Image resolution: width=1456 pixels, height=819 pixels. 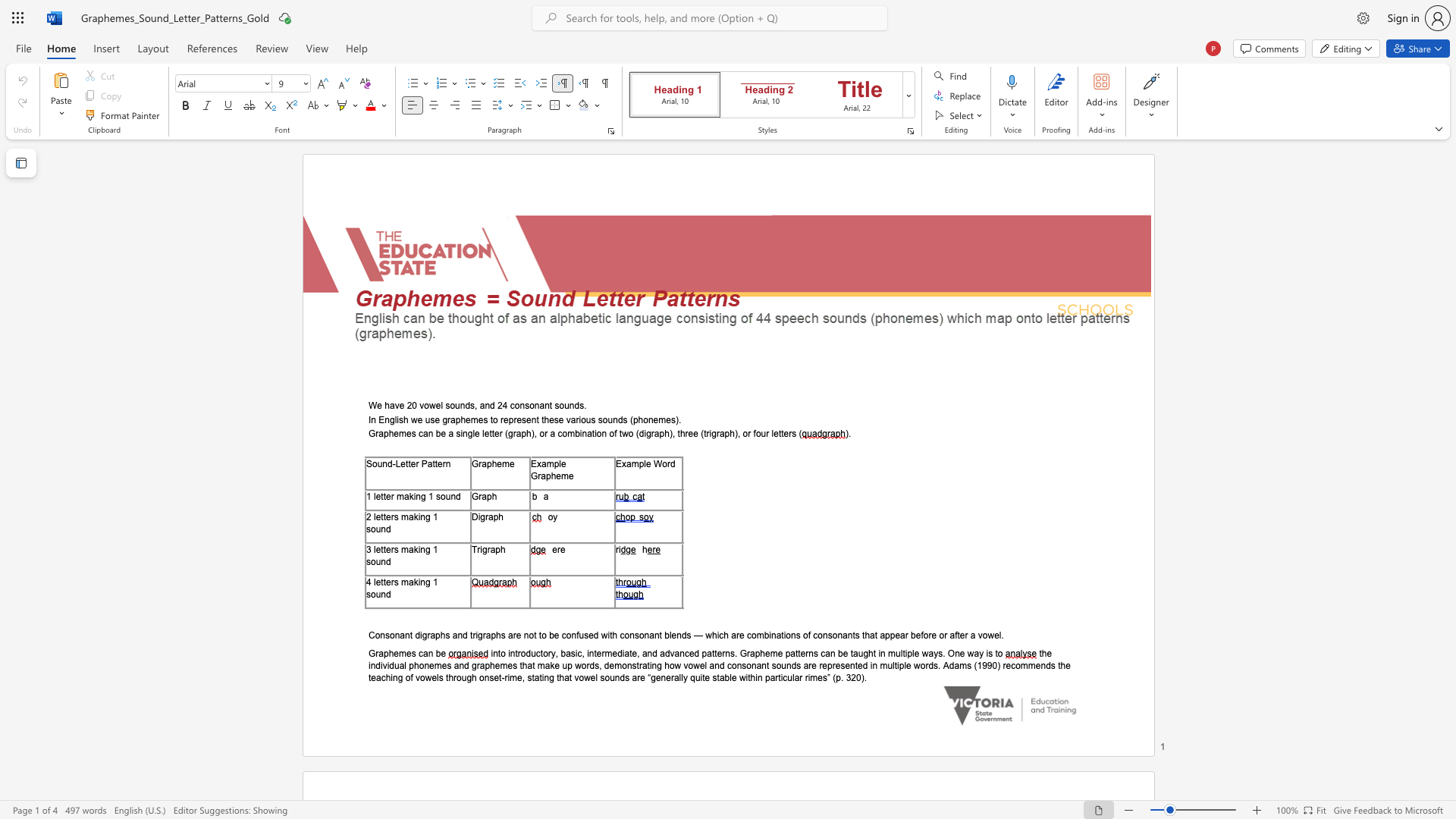 What do you see at coordinates (640, 676) in the screenshot?
I see `the subset text "e “generally quite stabl" within the text "that vowel sounds are “generally quite stable within particular rimes” (p. 320)"` at bounding box center [640, 676].